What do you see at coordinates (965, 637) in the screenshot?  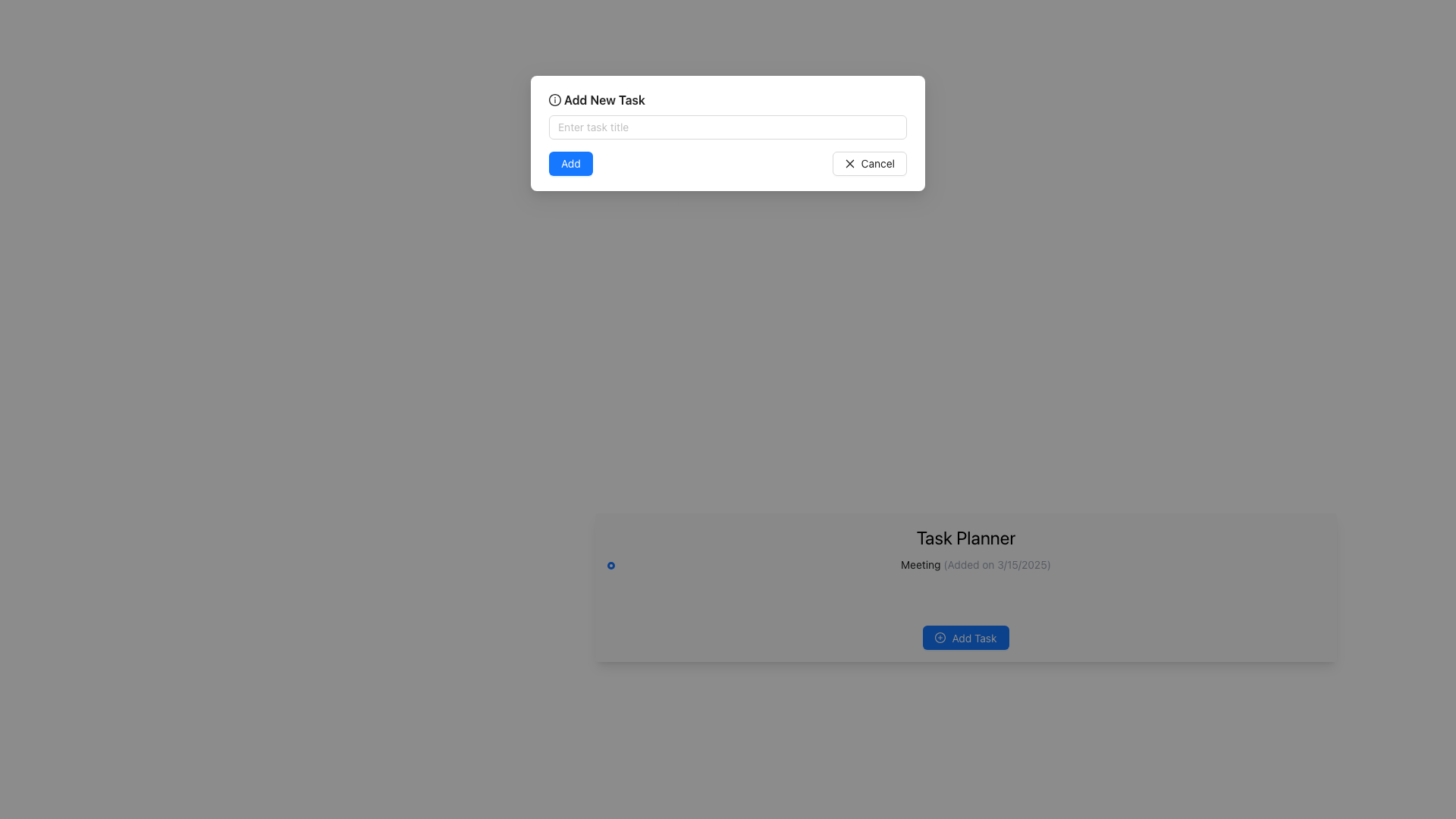 I see `the 'Add Task' button with a blue background and a plus-circle icon` at bounding box center [965, 637].